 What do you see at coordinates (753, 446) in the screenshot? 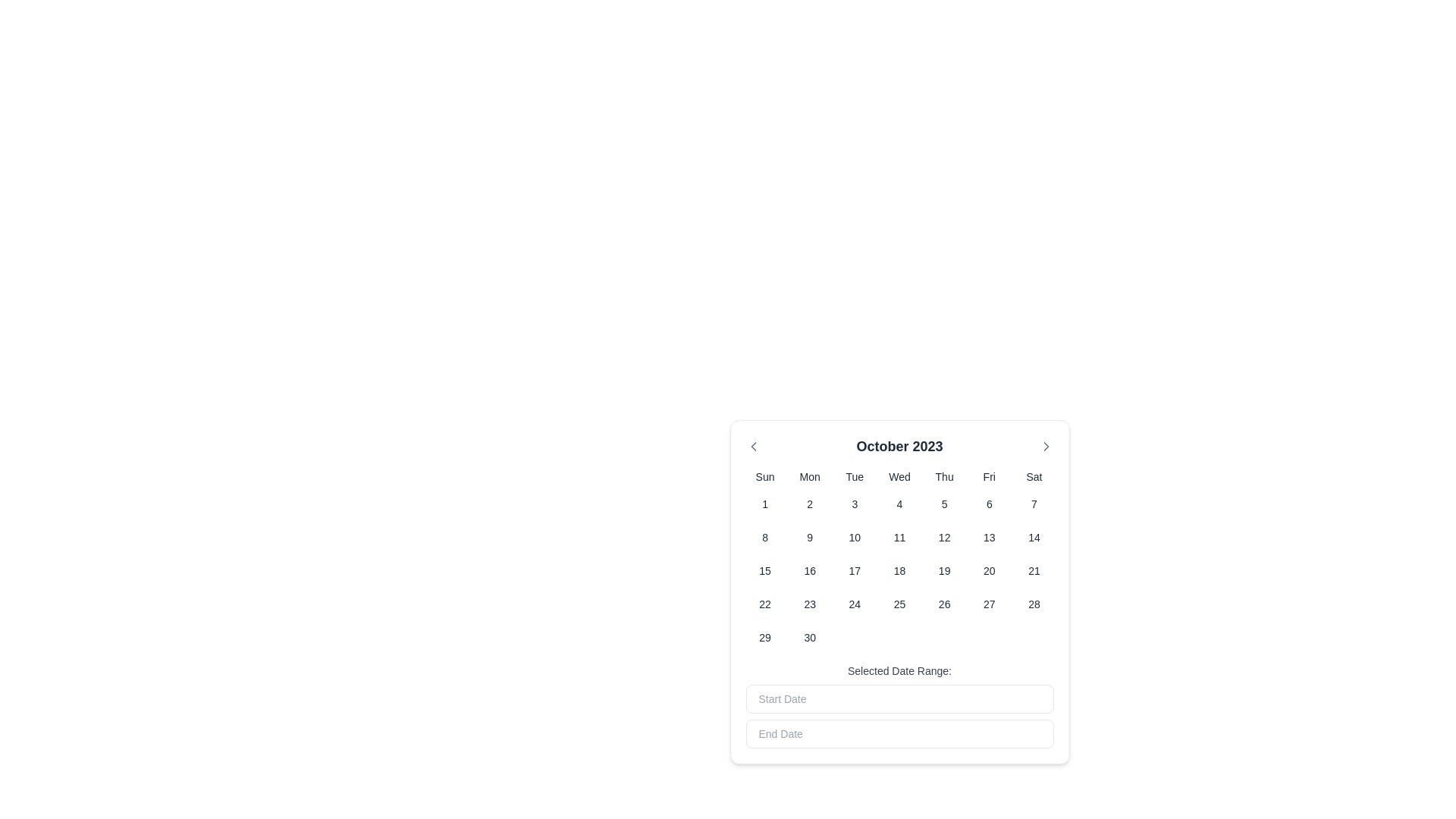
I see `the leftward-pointing chevron button located at the top left corner of the calendar interface` at bounding box center [753, 446].